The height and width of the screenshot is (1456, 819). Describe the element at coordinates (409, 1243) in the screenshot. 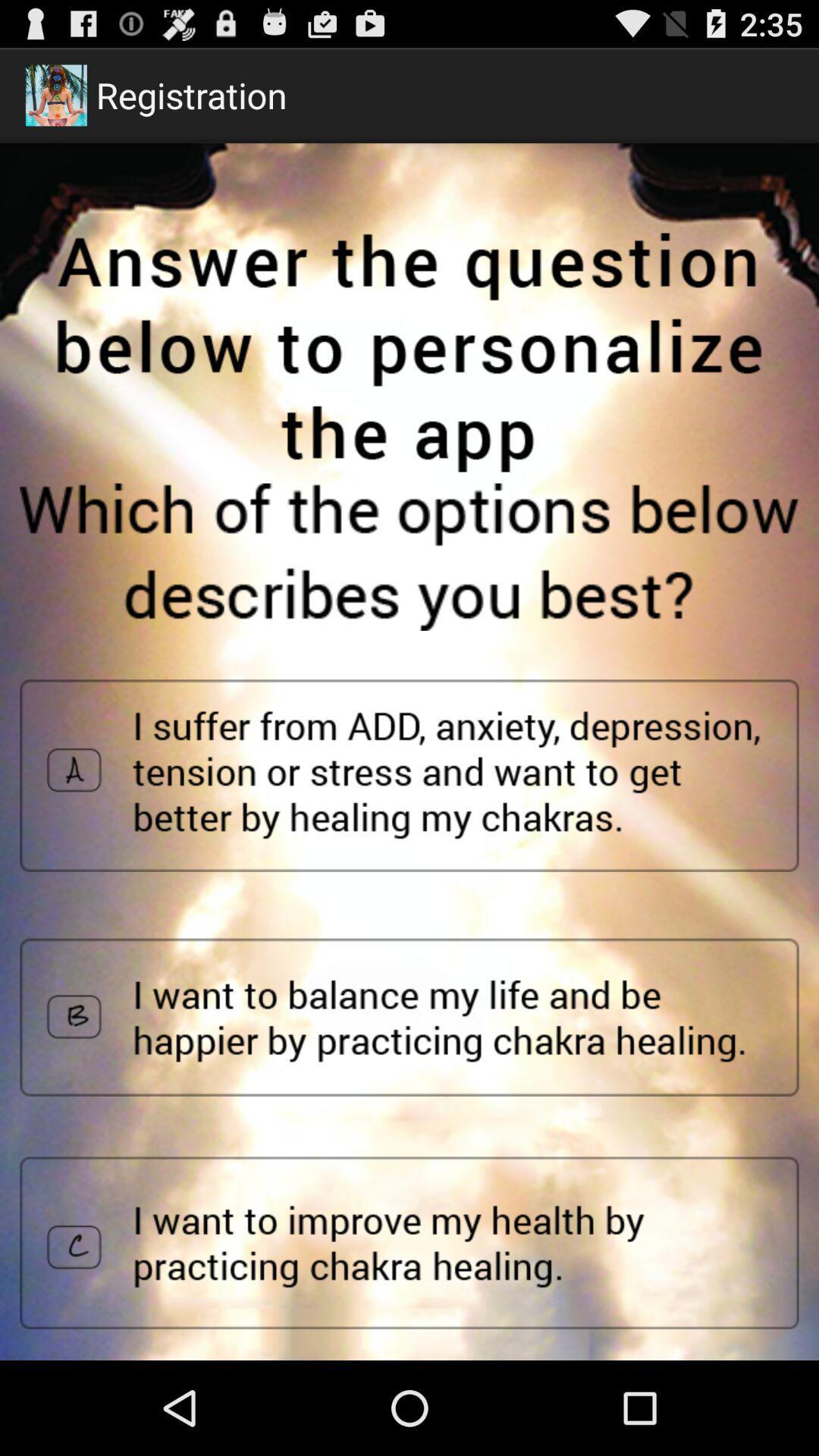

I see `choose c` at that location.